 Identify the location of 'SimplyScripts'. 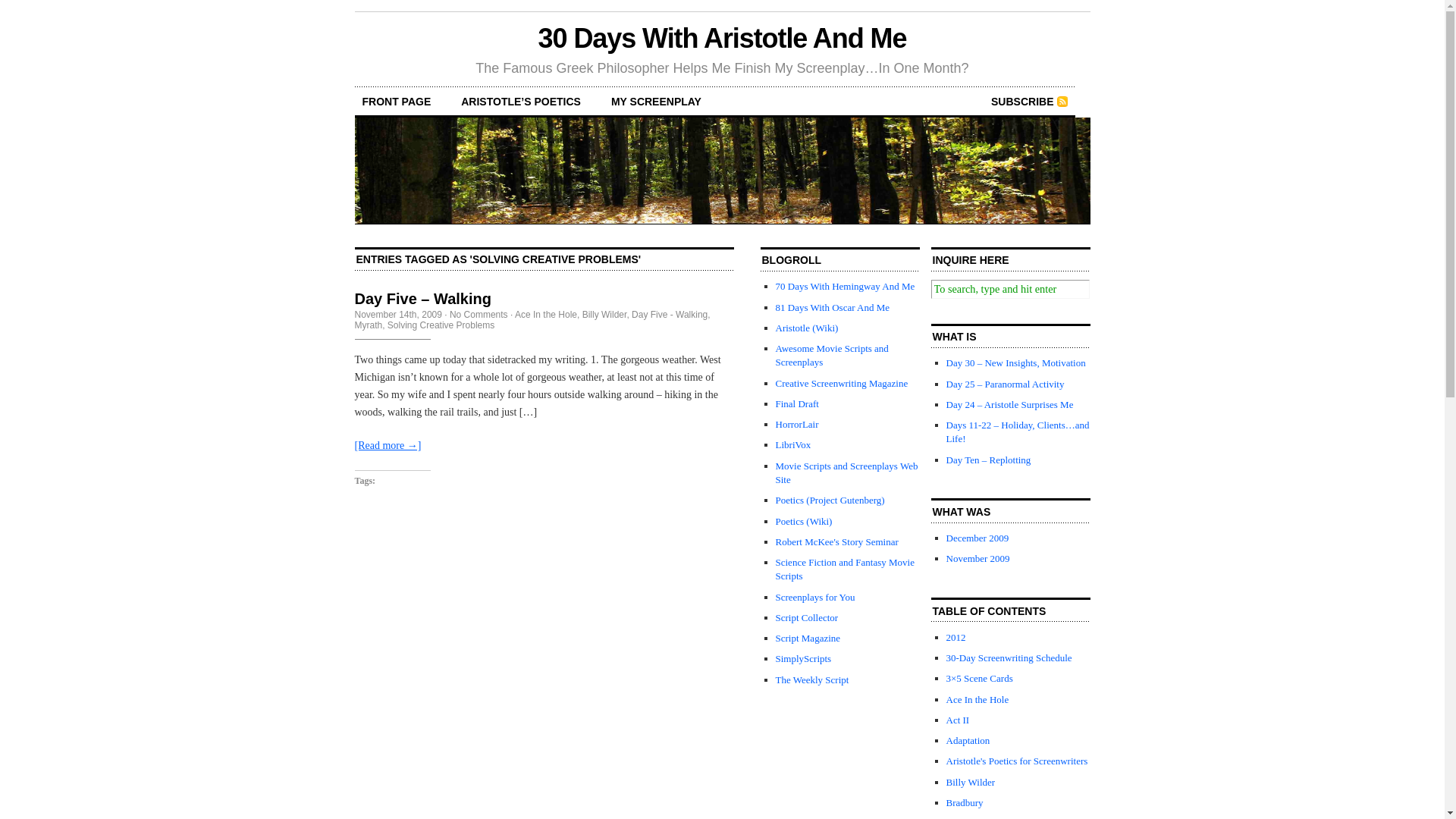
(802, 657).